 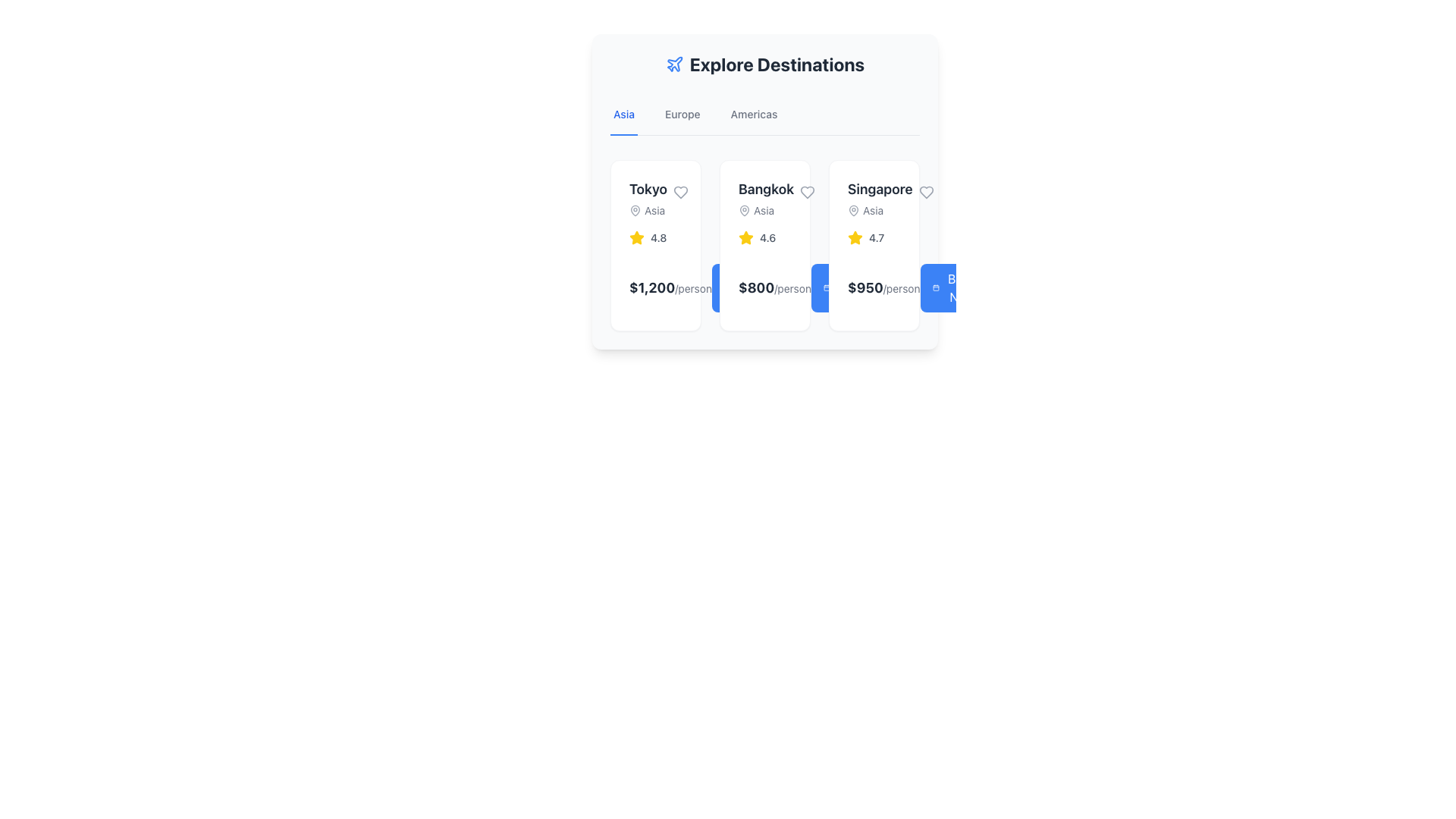 What do you see at coordinates (764, 63) in the screenshot?
I see `the header titled 'Explore Destinations' with an airplane icon` at bounding box center [764, 63].